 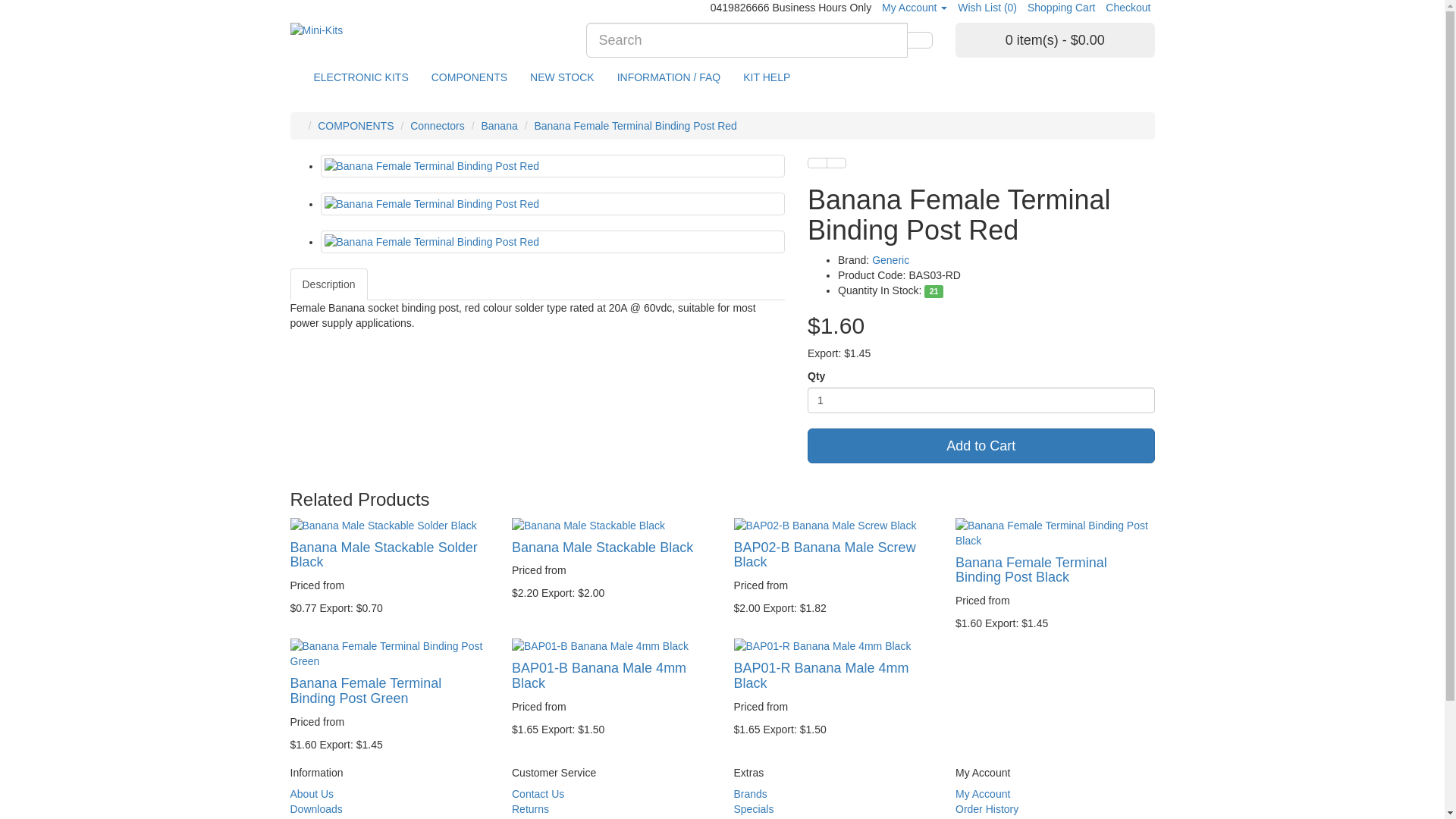 I want to click on 'ELECTRONIC KITS', so click(x=359, y=77).